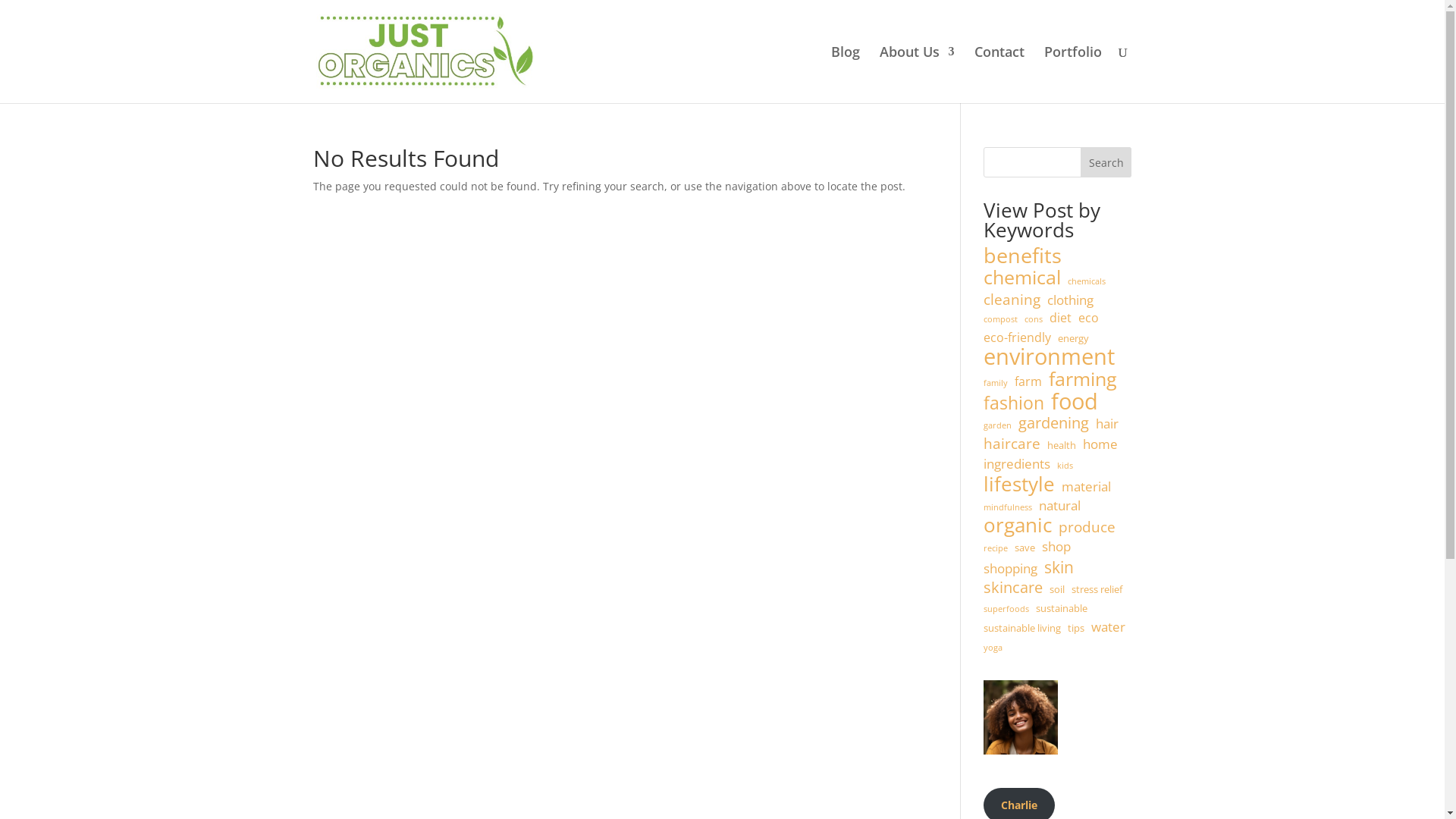  Describe the element at coordinates (1012, 587) in the screenshot. I see `'skincare'` at that location.